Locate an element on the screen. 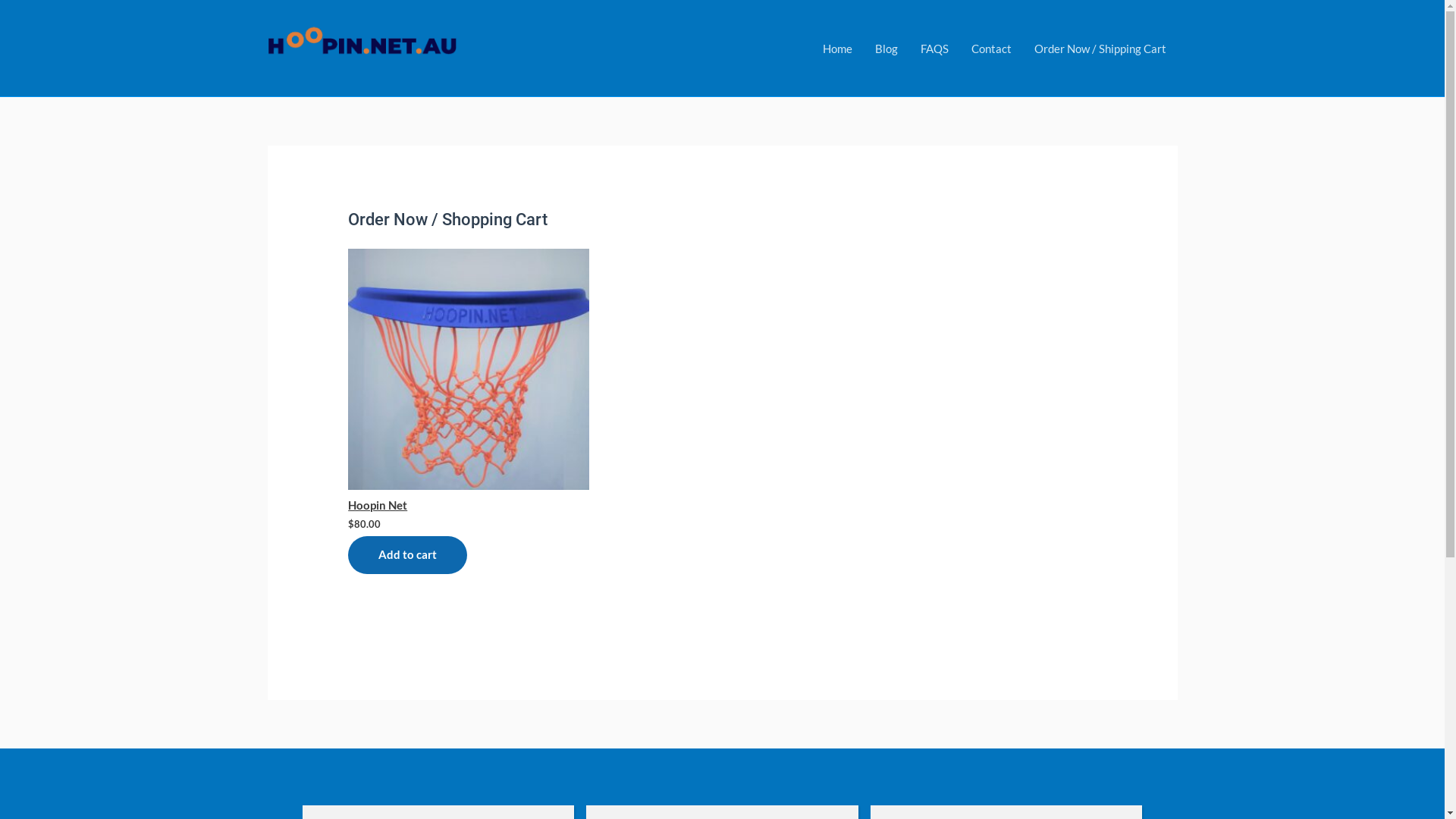 The image size is (1456, 819). 'Hoopin Net' is located at coordinates (468, 379).